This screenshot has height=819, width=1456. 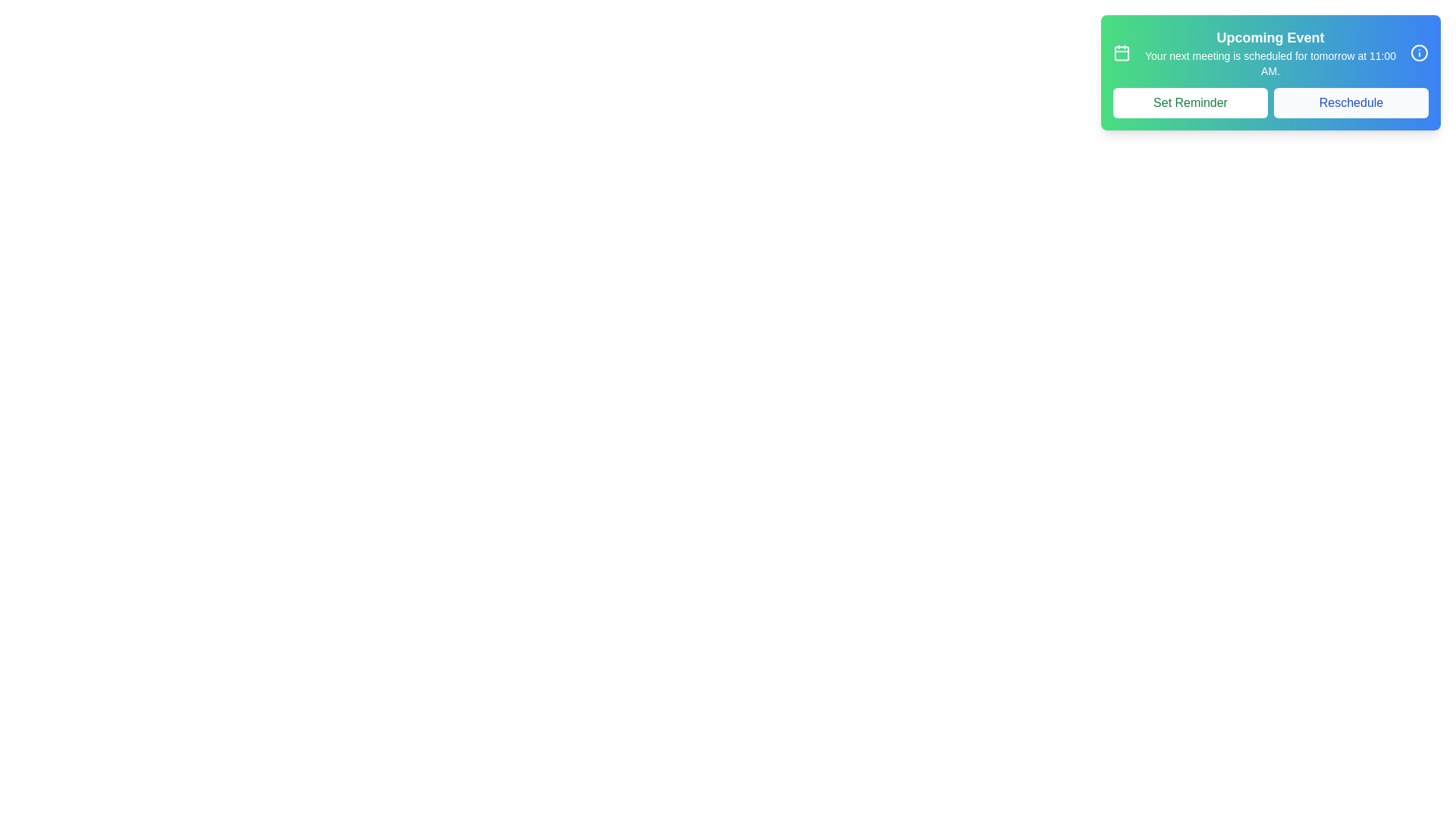 What do you see at coordinates (1419, 52) in the screenshot?
I see `the close button of the snackbar to dismiss it` at bounding box center [1419, 52].